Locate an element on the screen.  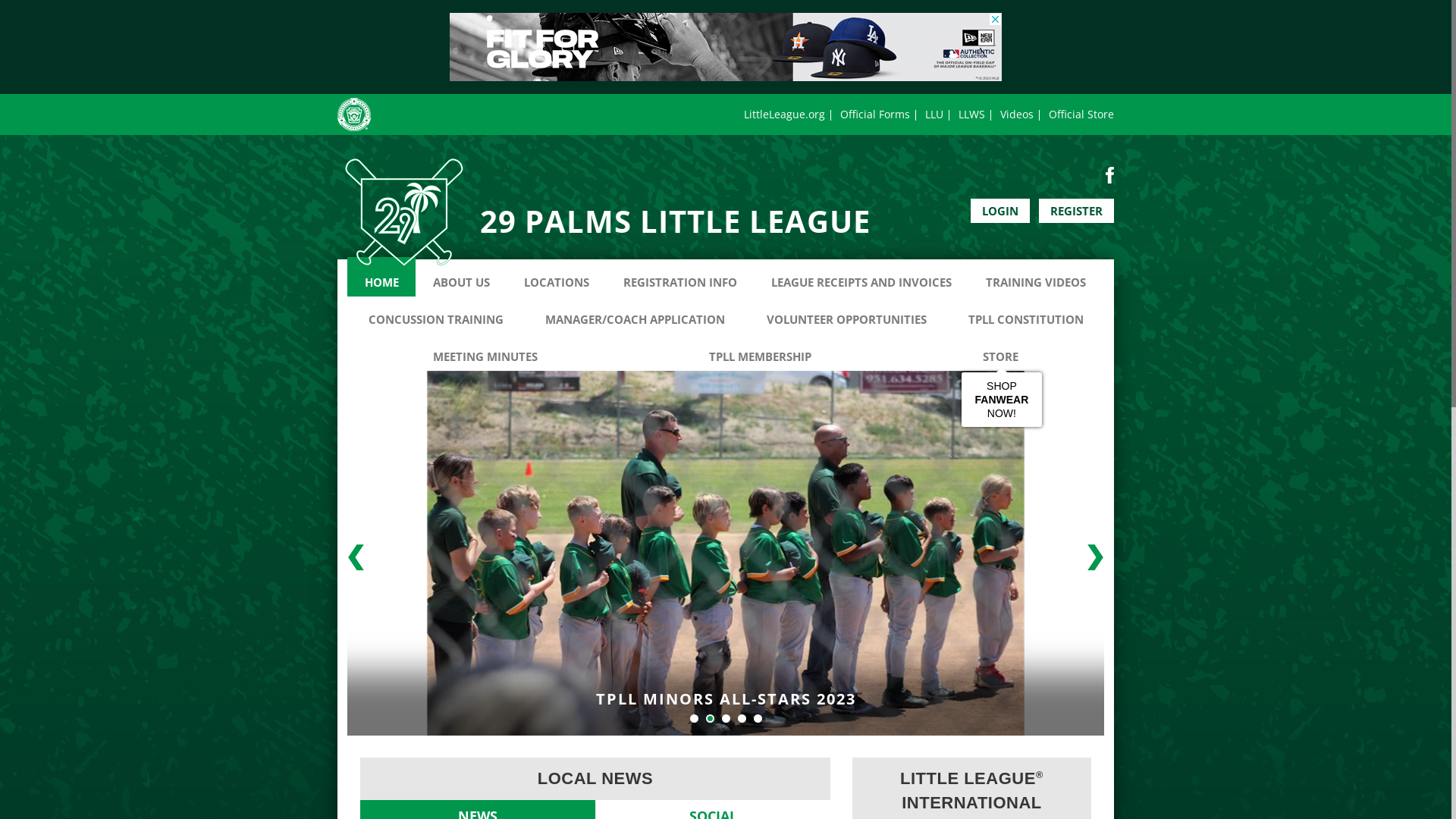
'TPLL CONSTITUTION' is located at coordinates (1025, 312).